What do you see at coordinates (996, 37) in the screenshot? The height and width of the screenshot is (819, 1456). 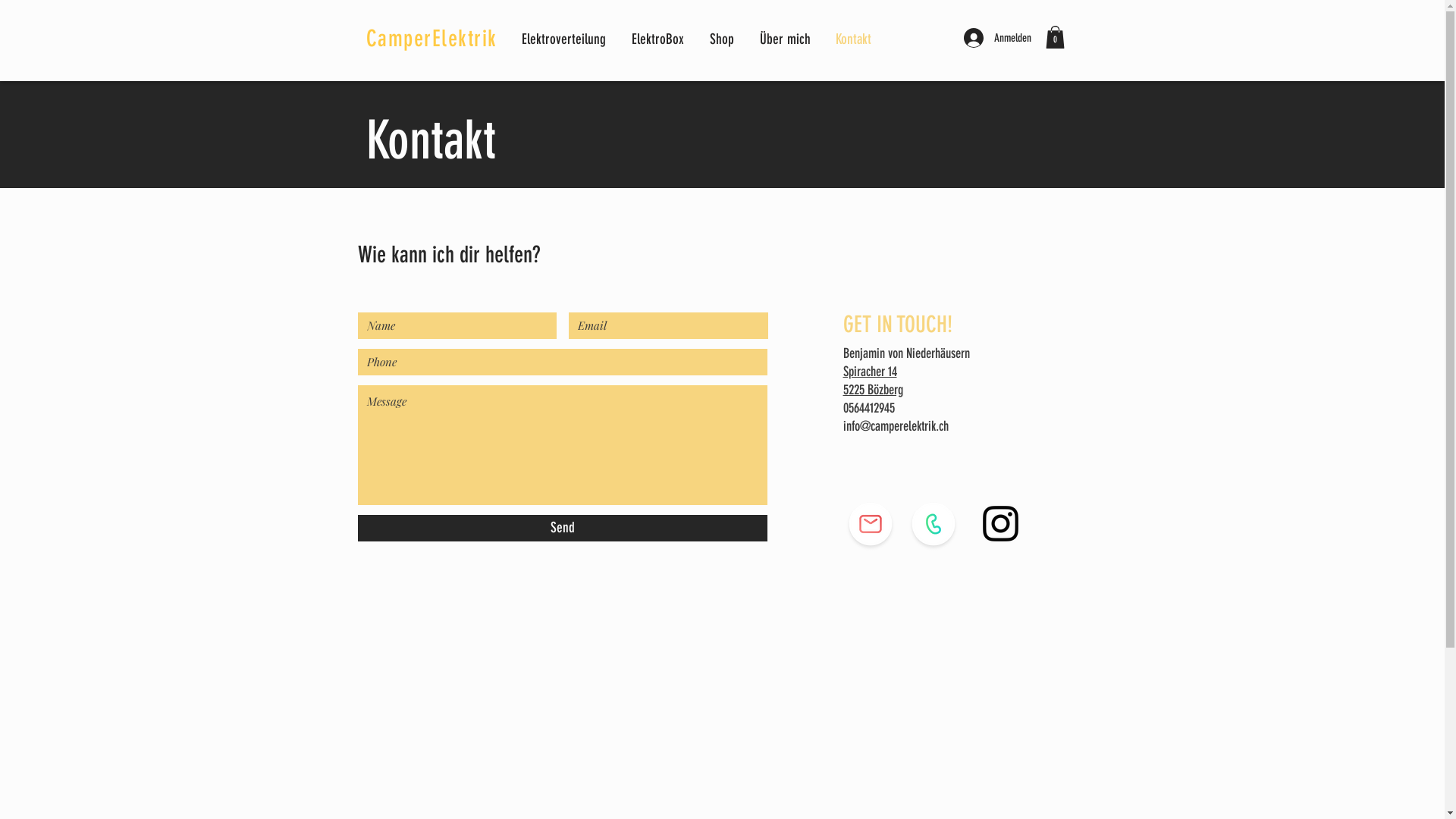 I see `'Anmelden'` at bounding box center [996, 37].